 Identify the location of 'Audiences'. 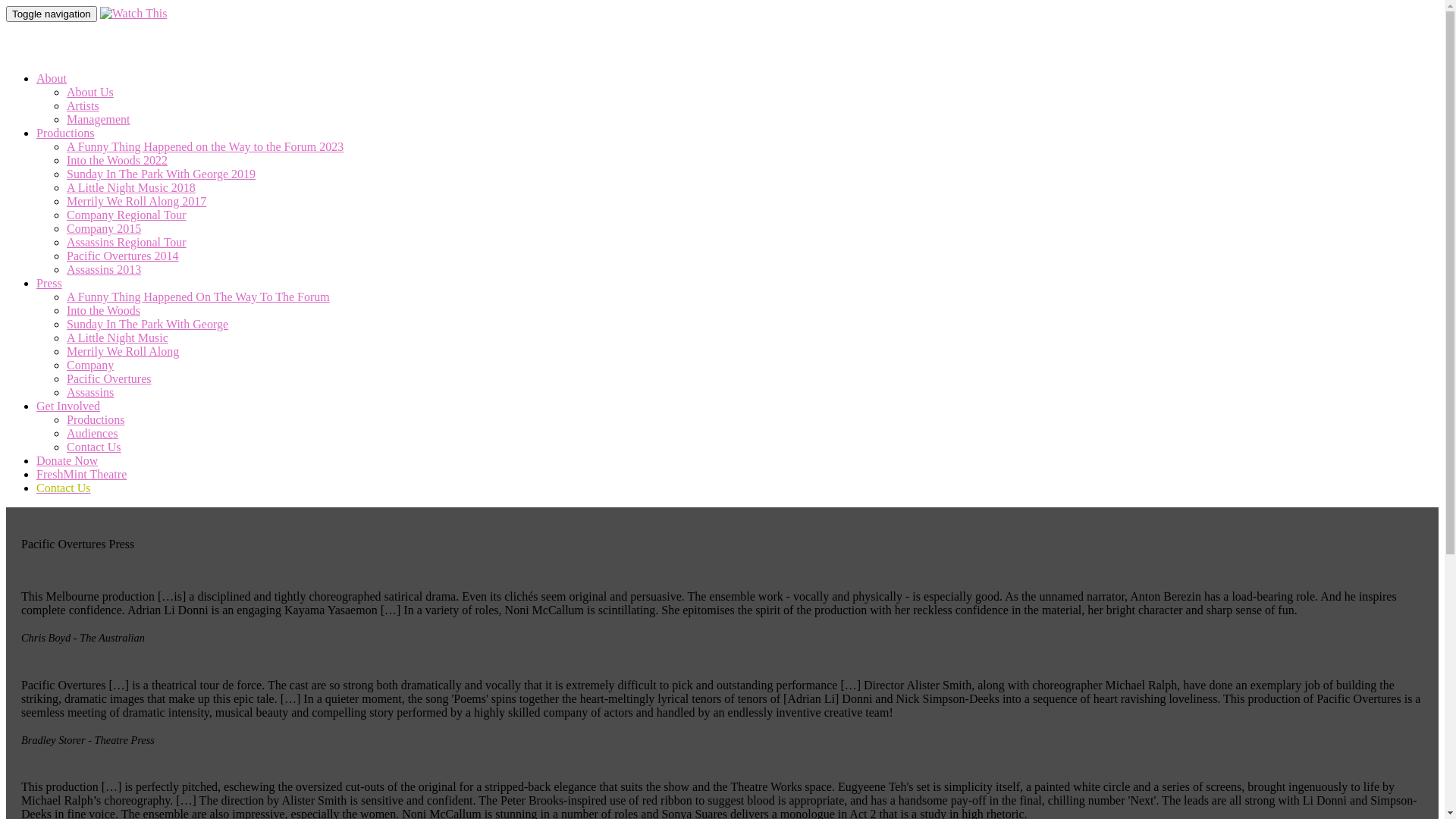
(91, 433).